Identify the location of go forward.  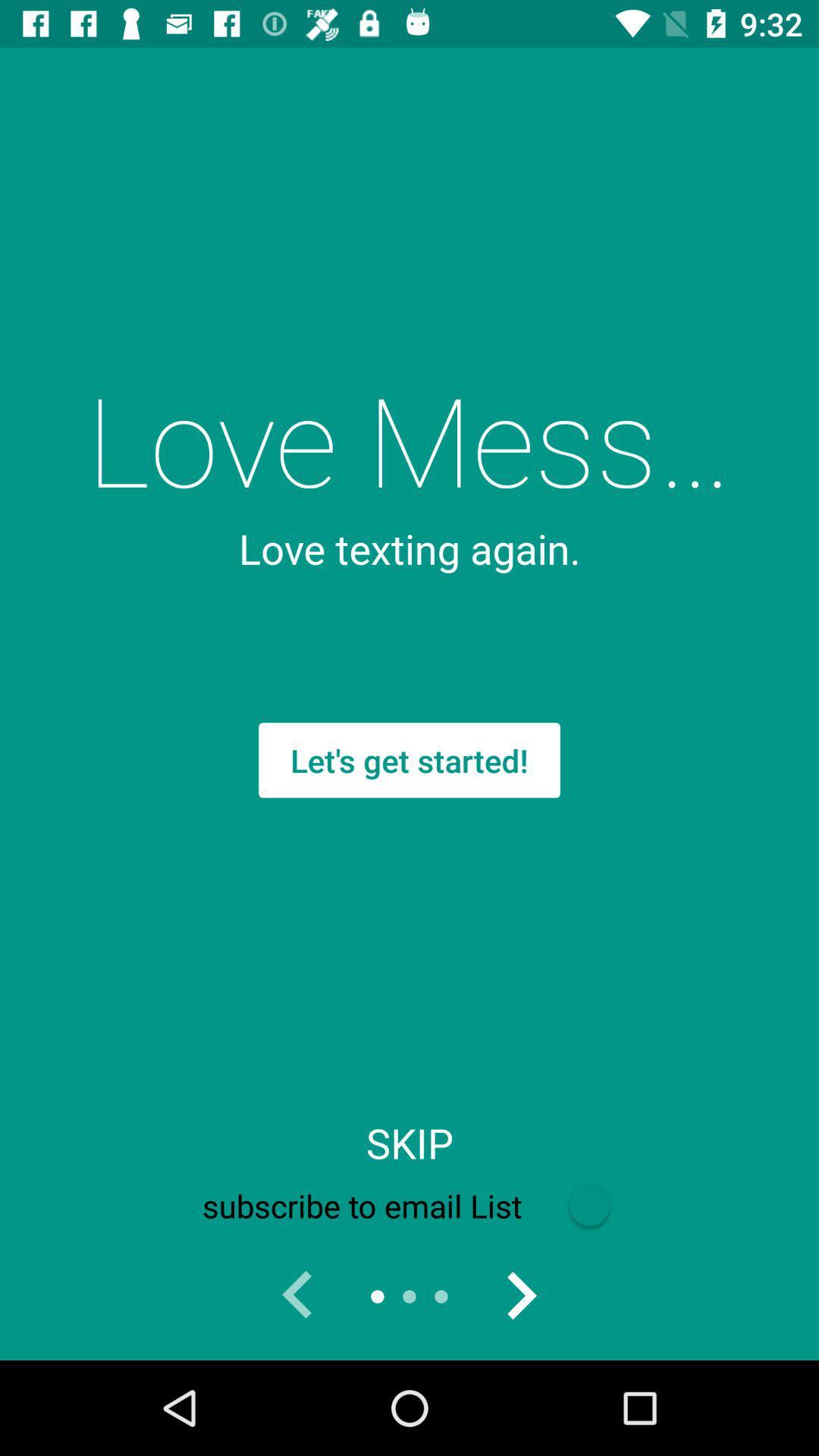
(519, 1295).